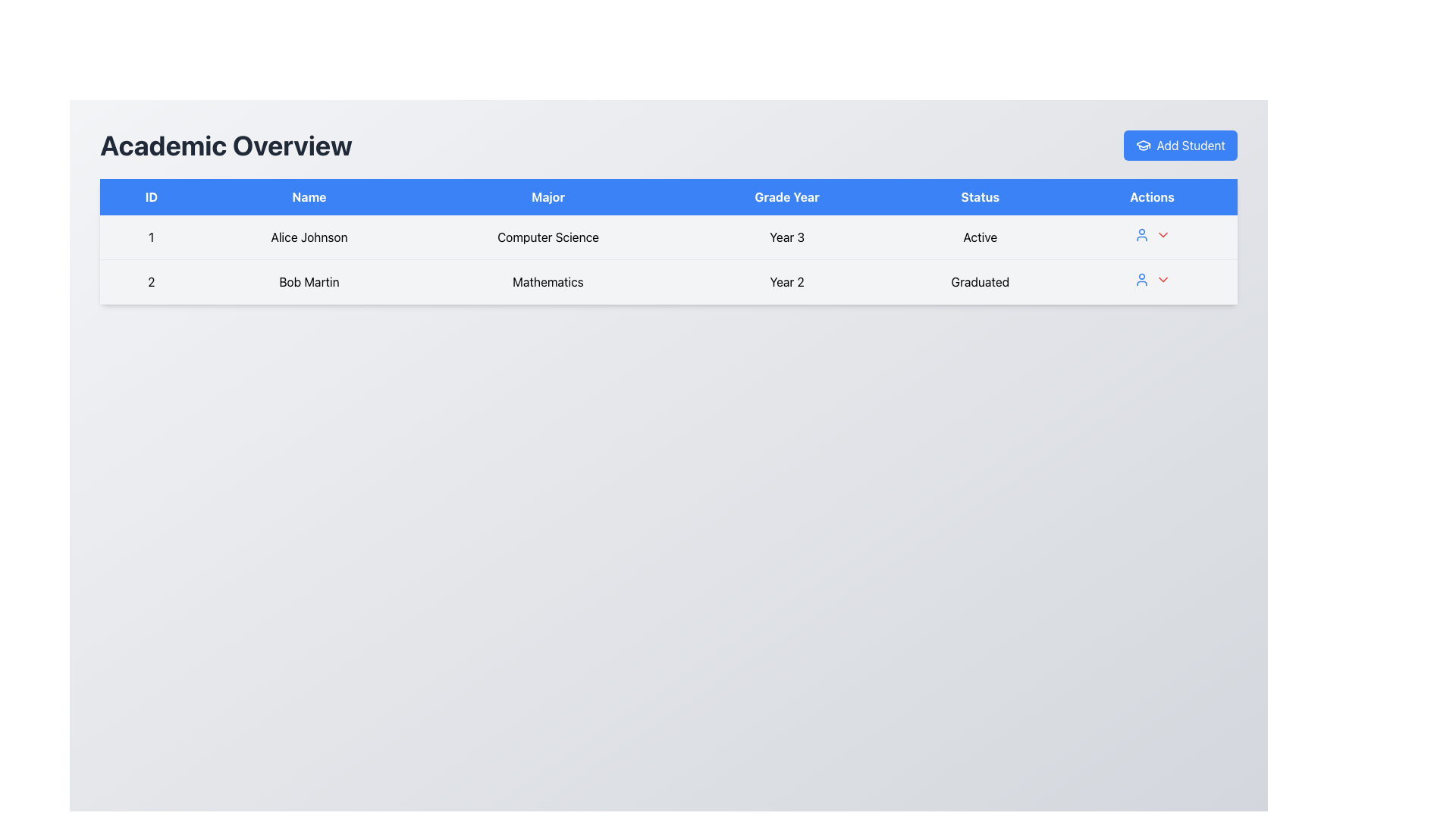 The width and height of the screenshot is (1456, 819). Describe the element at coordinates (980, 196) in the screenshot. I see `the Table Header with the bold text 'Status' that has a blue background, located as the fifth column header in the table layout` at that location.